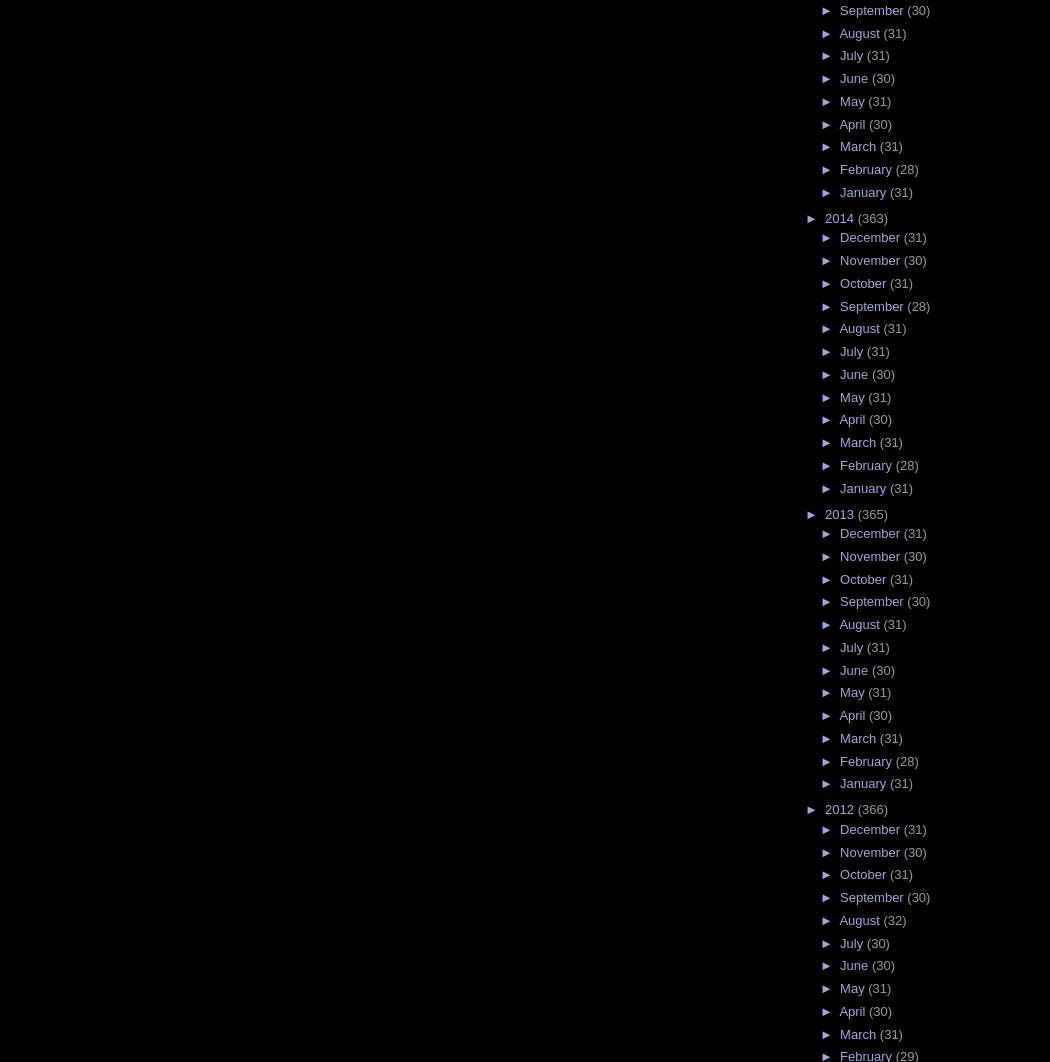 The image size is (1050, 1062). What do you see at coordinates (841, 512) in the screenshot?
I see `'2013'` at bounding box center [841, 512].